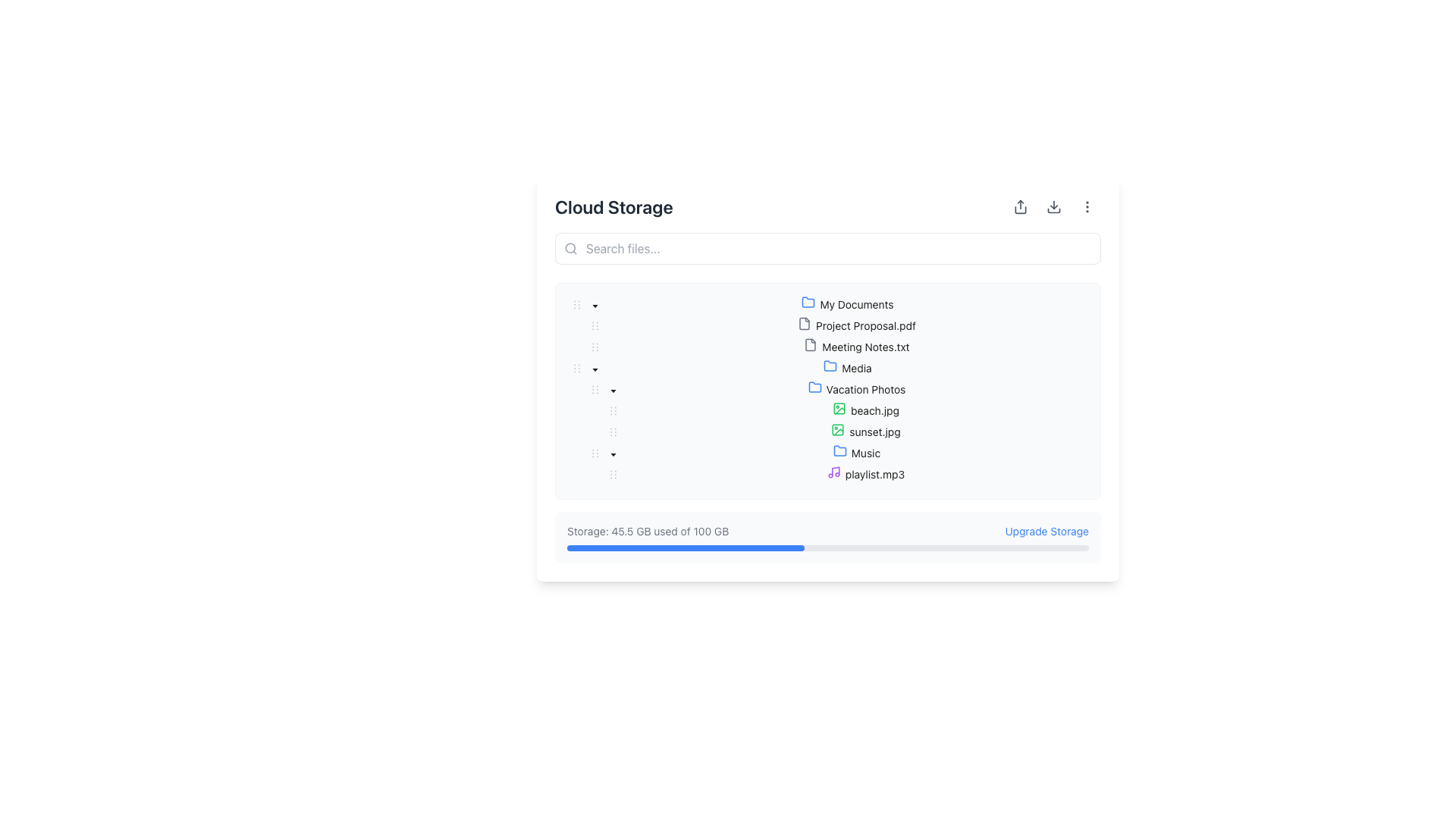  Describe the element at coordinates (839, 432) in the screenshot. I see `the green image icon representing the file 'sunset.jpg' located in the Vacation Photos folder` at that location.